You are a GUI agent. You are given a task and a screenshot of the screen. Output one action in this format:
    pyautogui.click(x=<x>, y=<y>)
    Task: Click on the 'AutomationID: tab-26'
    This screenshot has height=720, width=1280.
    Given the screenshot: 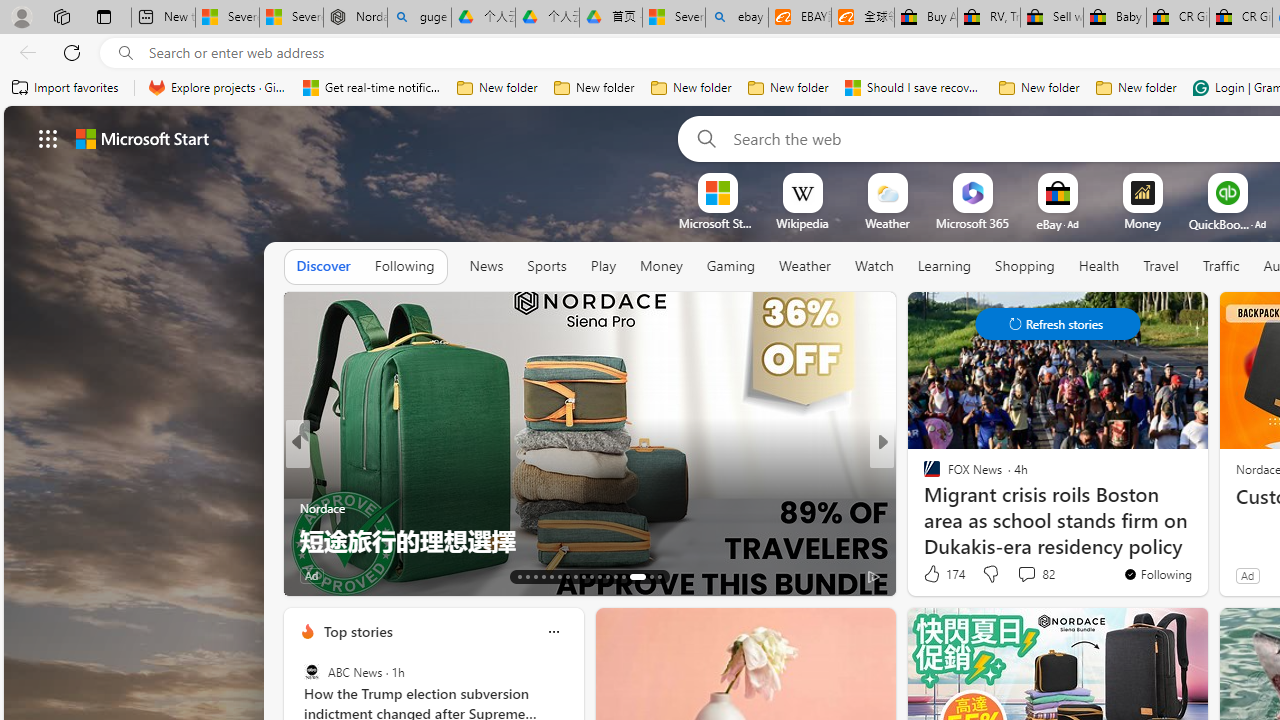 What is the action you would take?
    pyautogui.click(x=623, y=577)
    